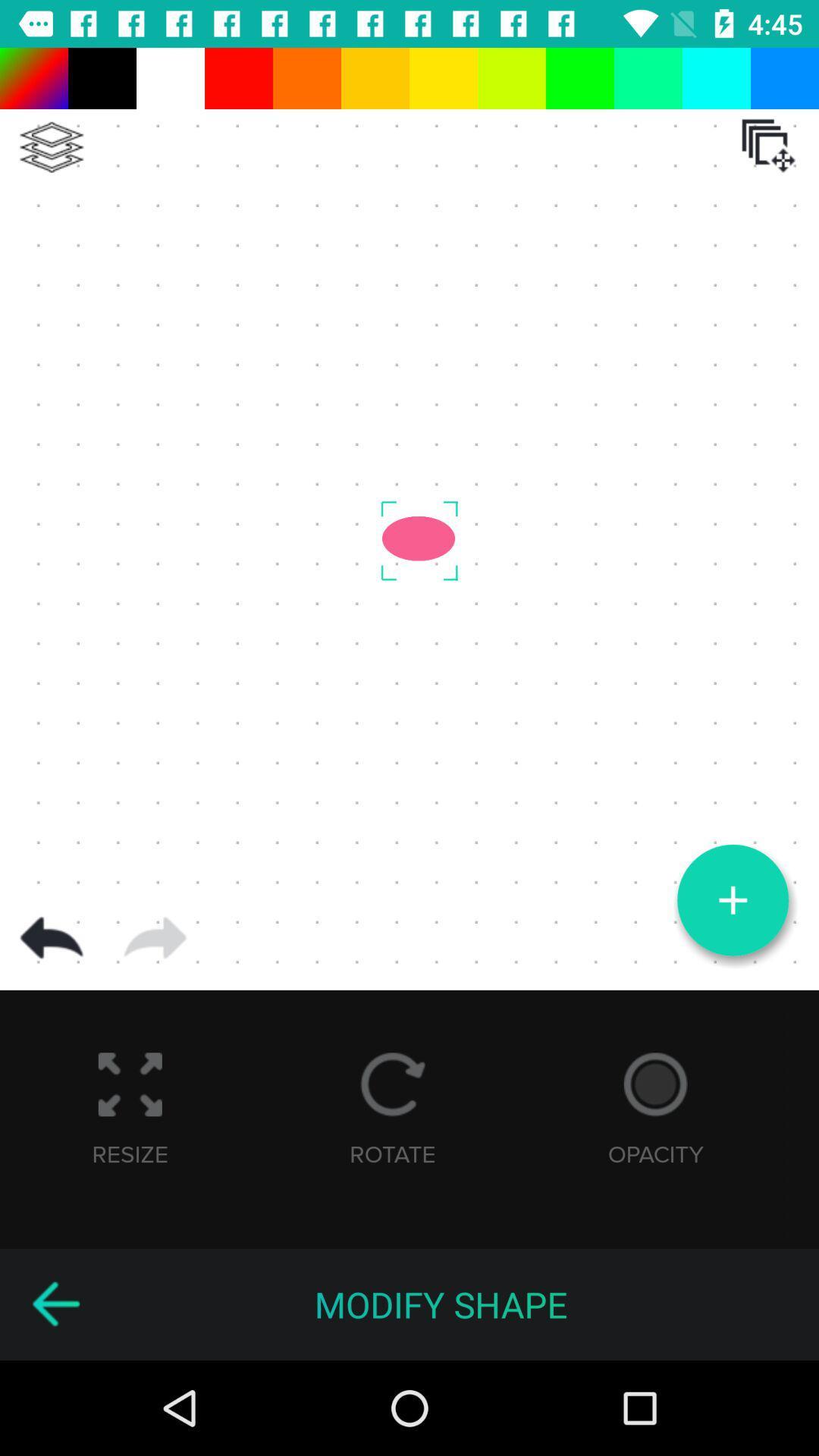 The width and height of the screenshot is (819, 1456). What do you see at coordinates (732, 900) in the screenshot?
I see `the add icon` at bounding box center [732, 900].